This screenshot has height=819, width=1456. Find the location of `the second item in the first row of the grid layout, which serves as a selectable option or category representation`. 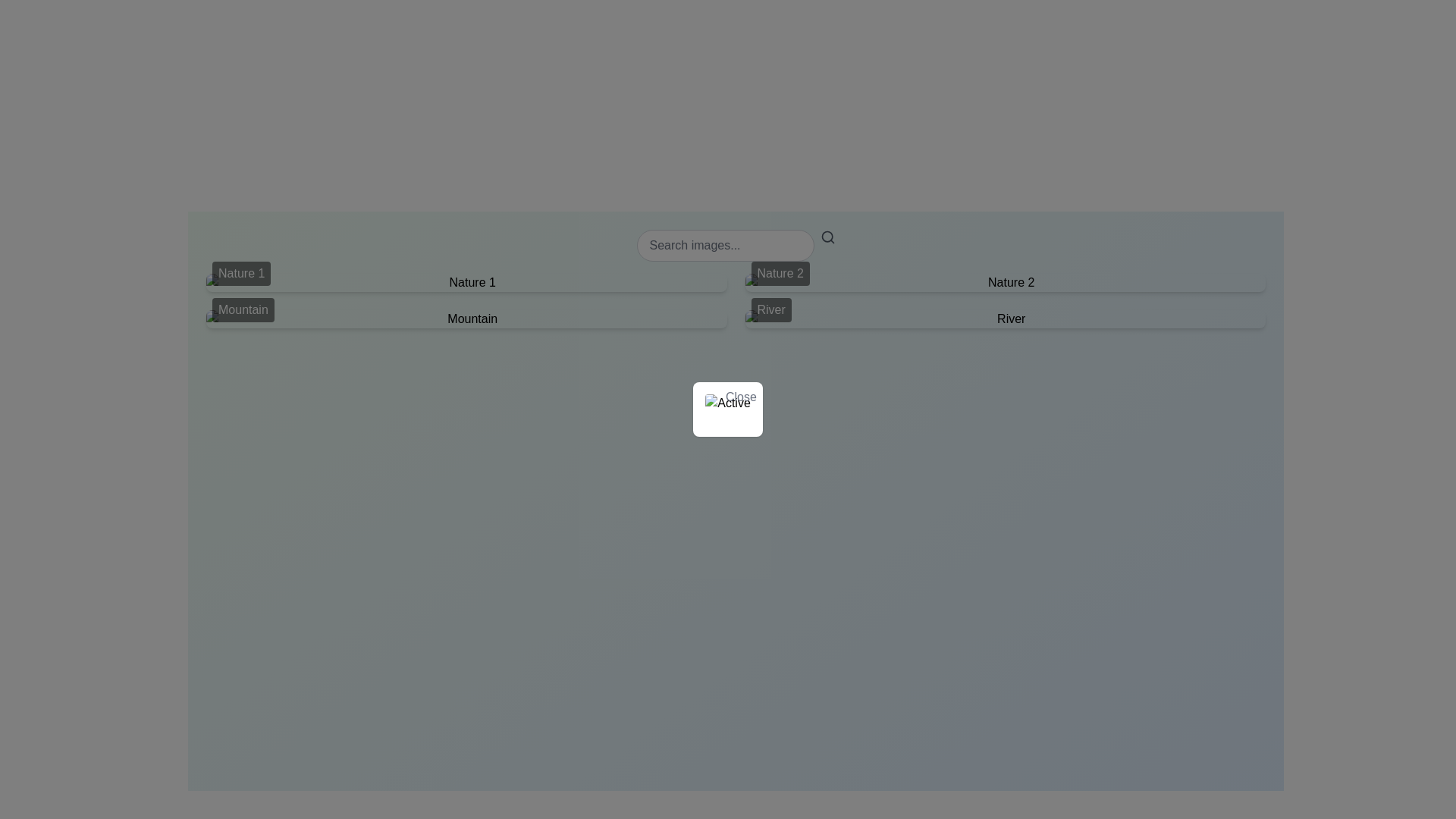

the second item in the first row of the grid layout, which serves as a selectable option or category representation is located at coordinates (1005, 283).